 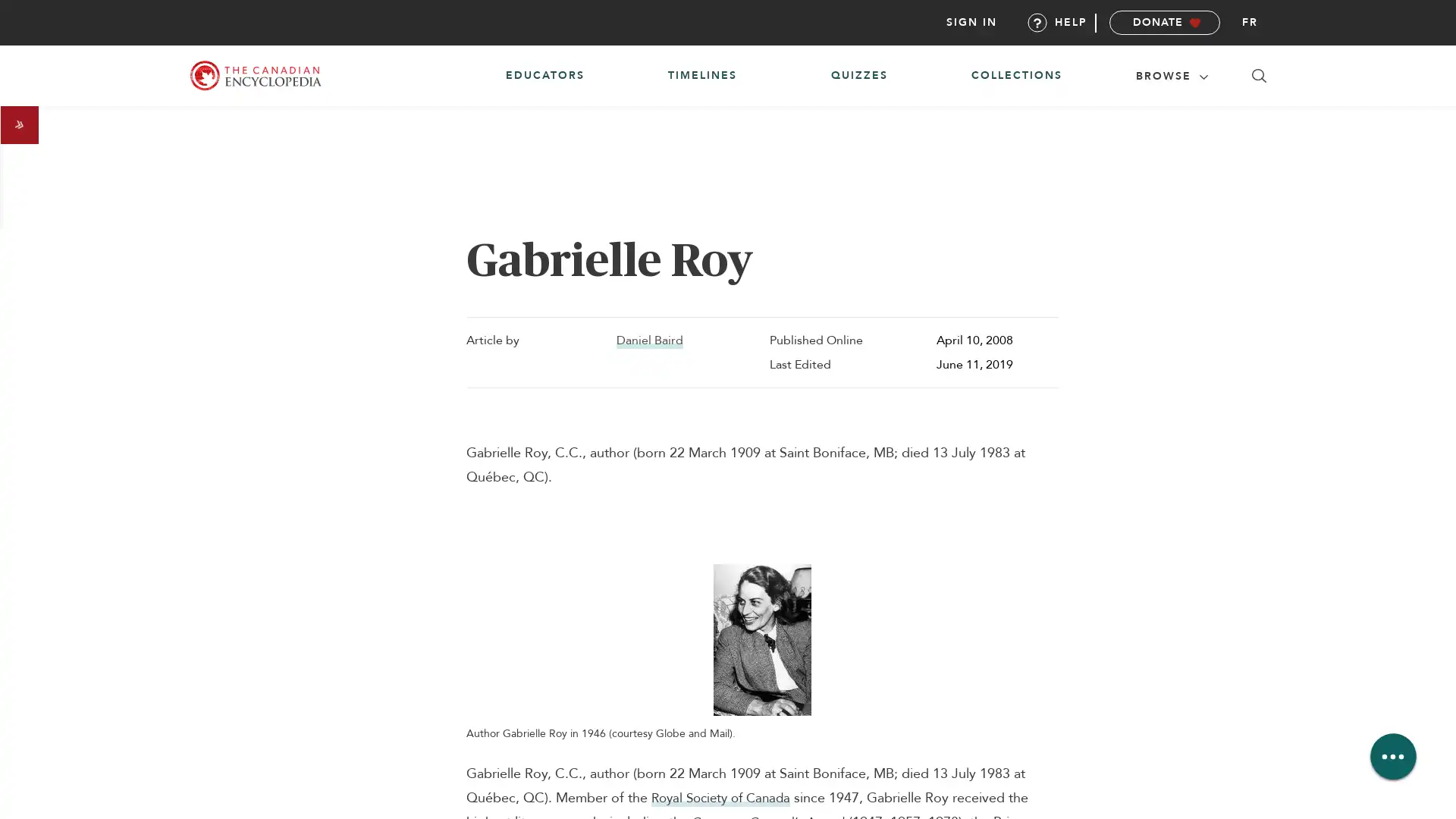 What do you see at coordinates (1259, 76) in the screenshot?
I see `Search in Canadian Encyclopedia` at bounding box center [1259, 76].